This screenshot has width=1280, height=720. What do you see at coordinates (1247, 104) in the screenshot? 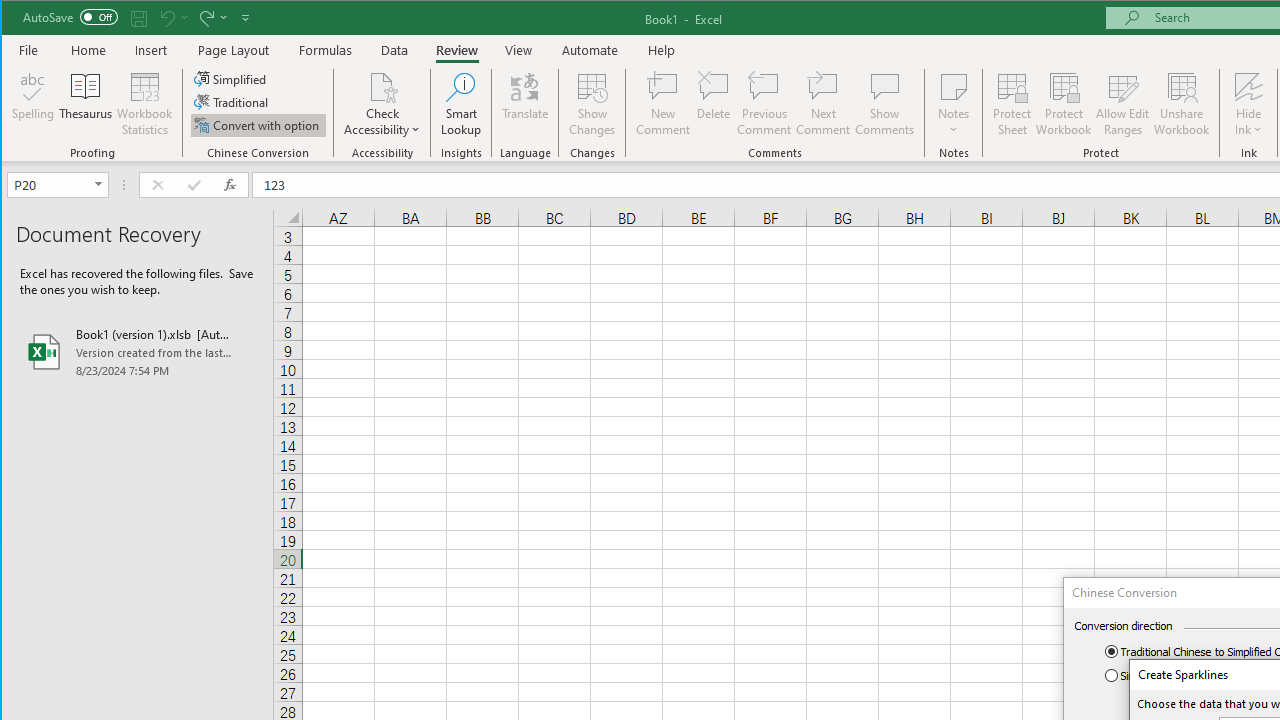
I see `'Hide Ink'` at bounding box center [1247, 104].